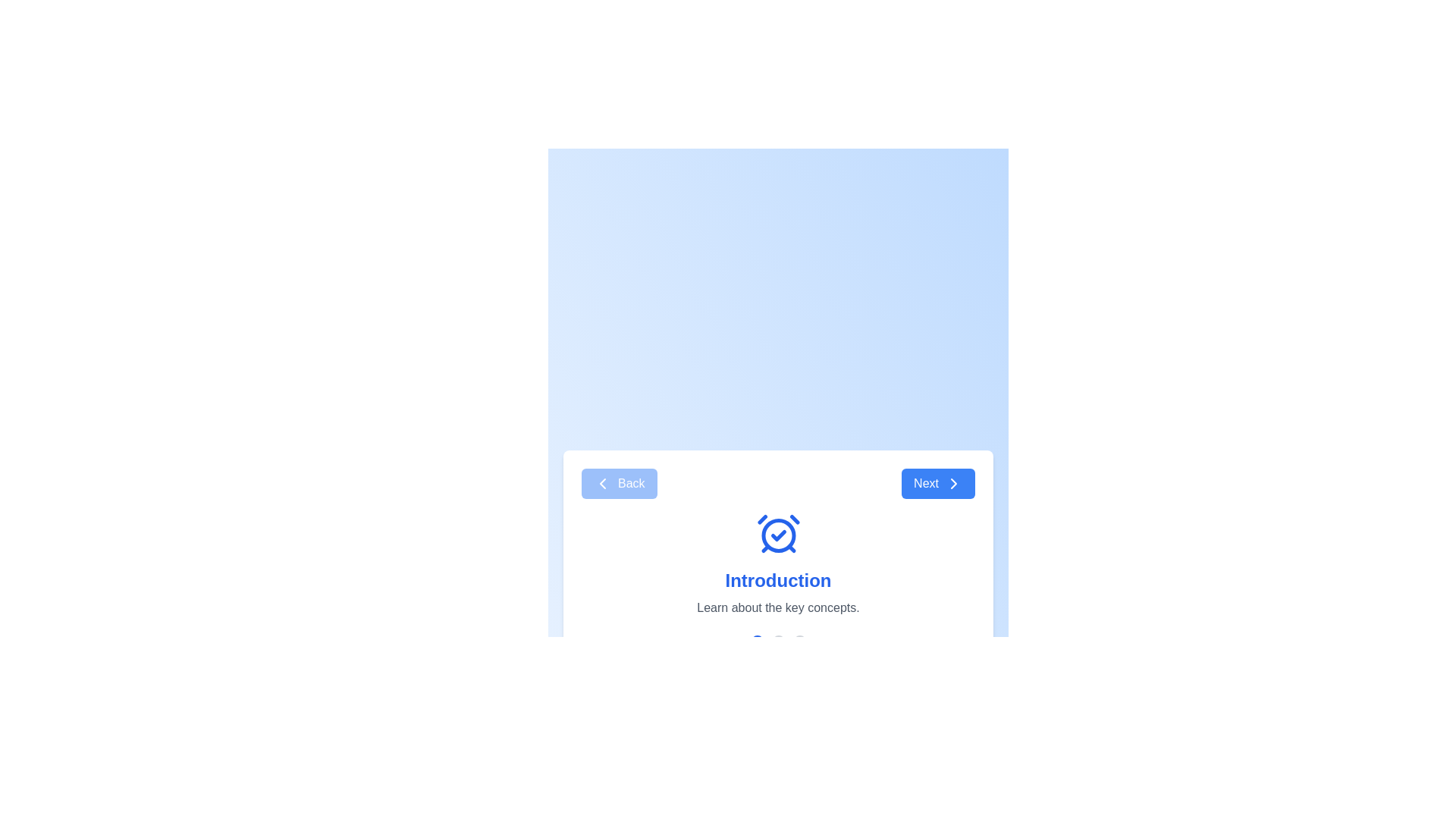  Describe the element at coordinates (778, 641) in the screenshot. I see `the step indicator for step 2` at that location.